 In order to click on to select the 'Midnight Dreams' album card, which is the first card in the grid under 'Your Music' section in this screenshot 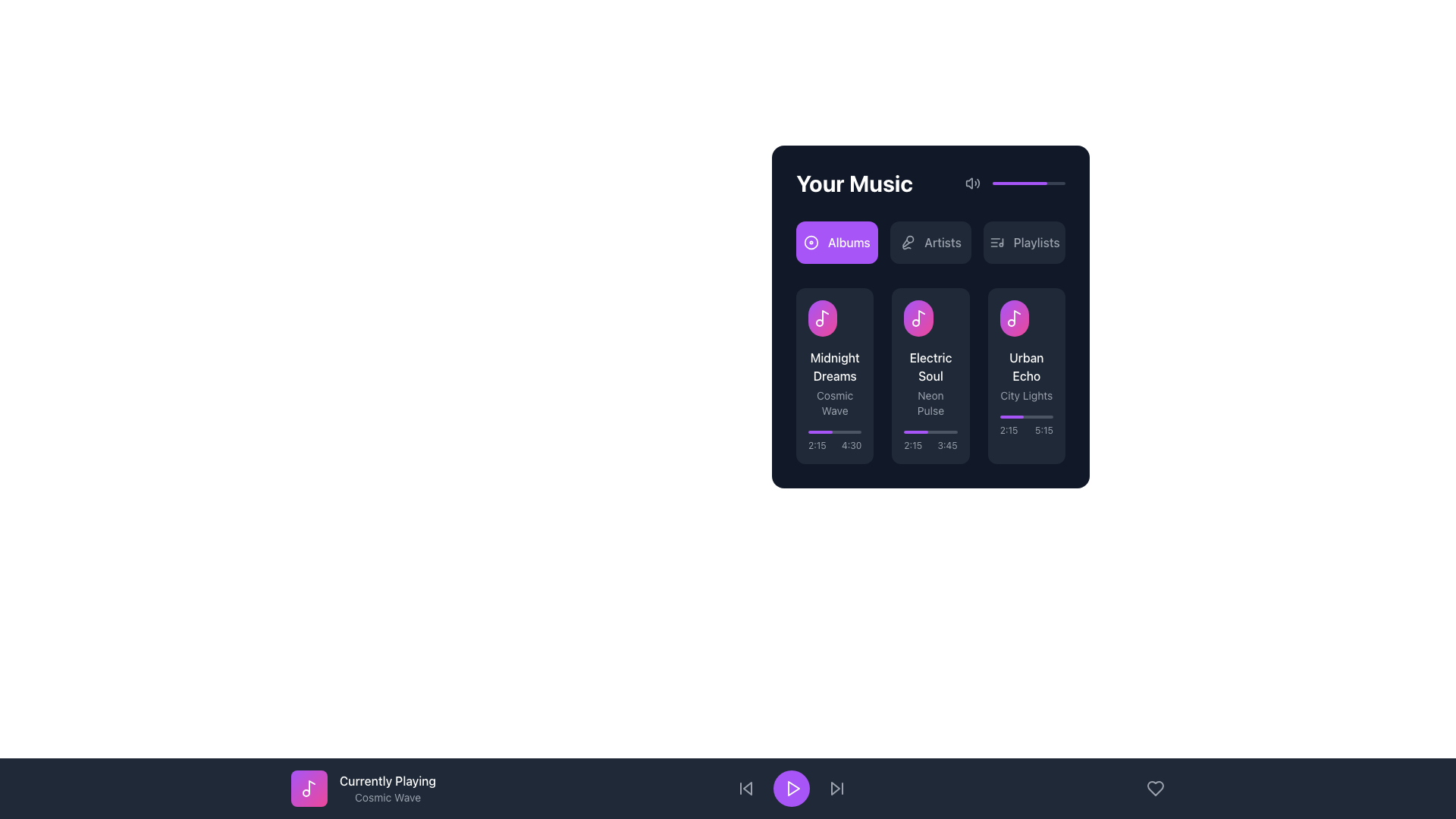, I will do `click(834, 375)`.